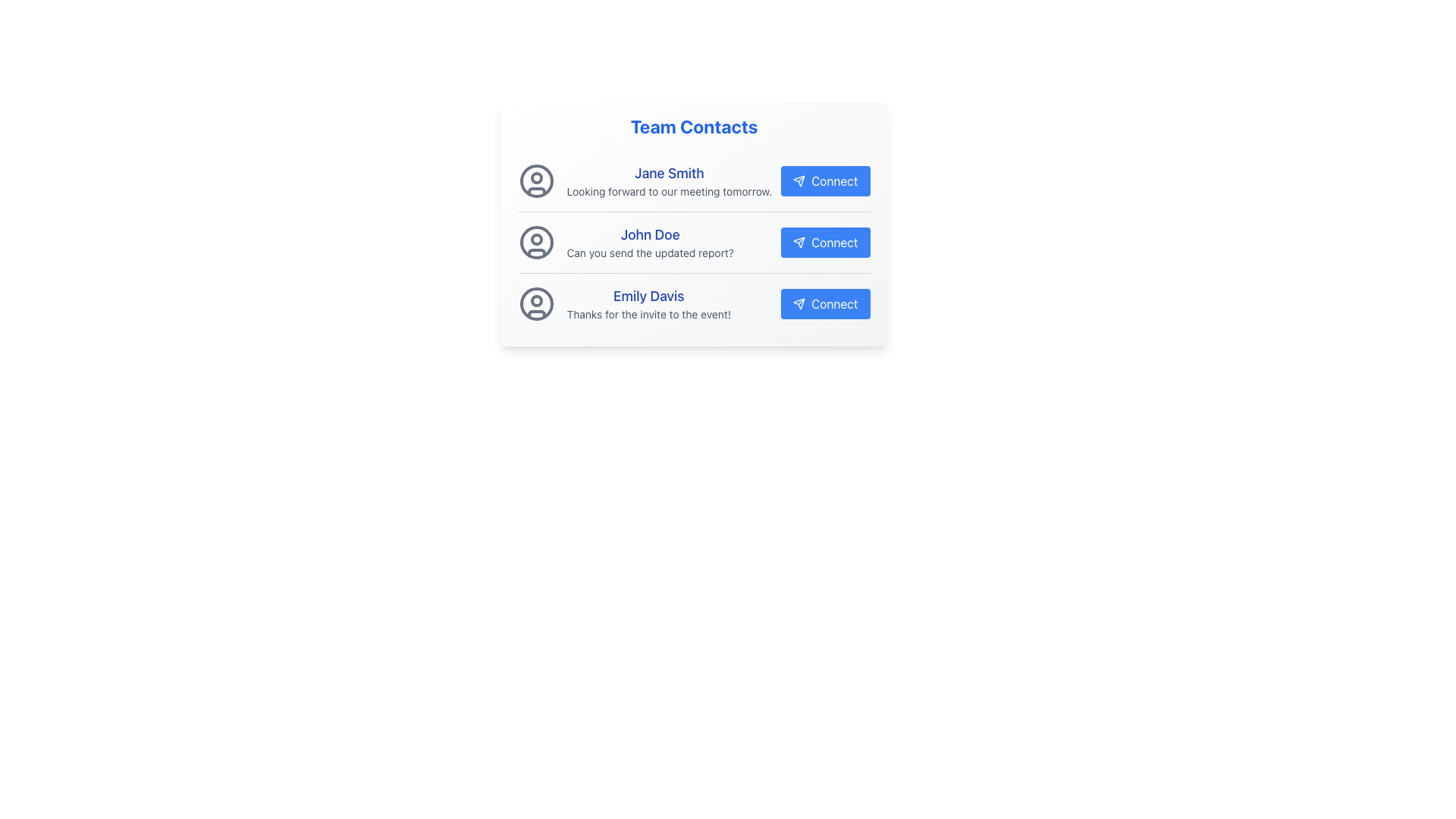 Image resolution: width=1456 pixels, height=819 pixels. I want to click on text displayed in the Text Display element located beneath the name 'John Doe' in the 'Team Contacts' card layout, so click(650, 253).